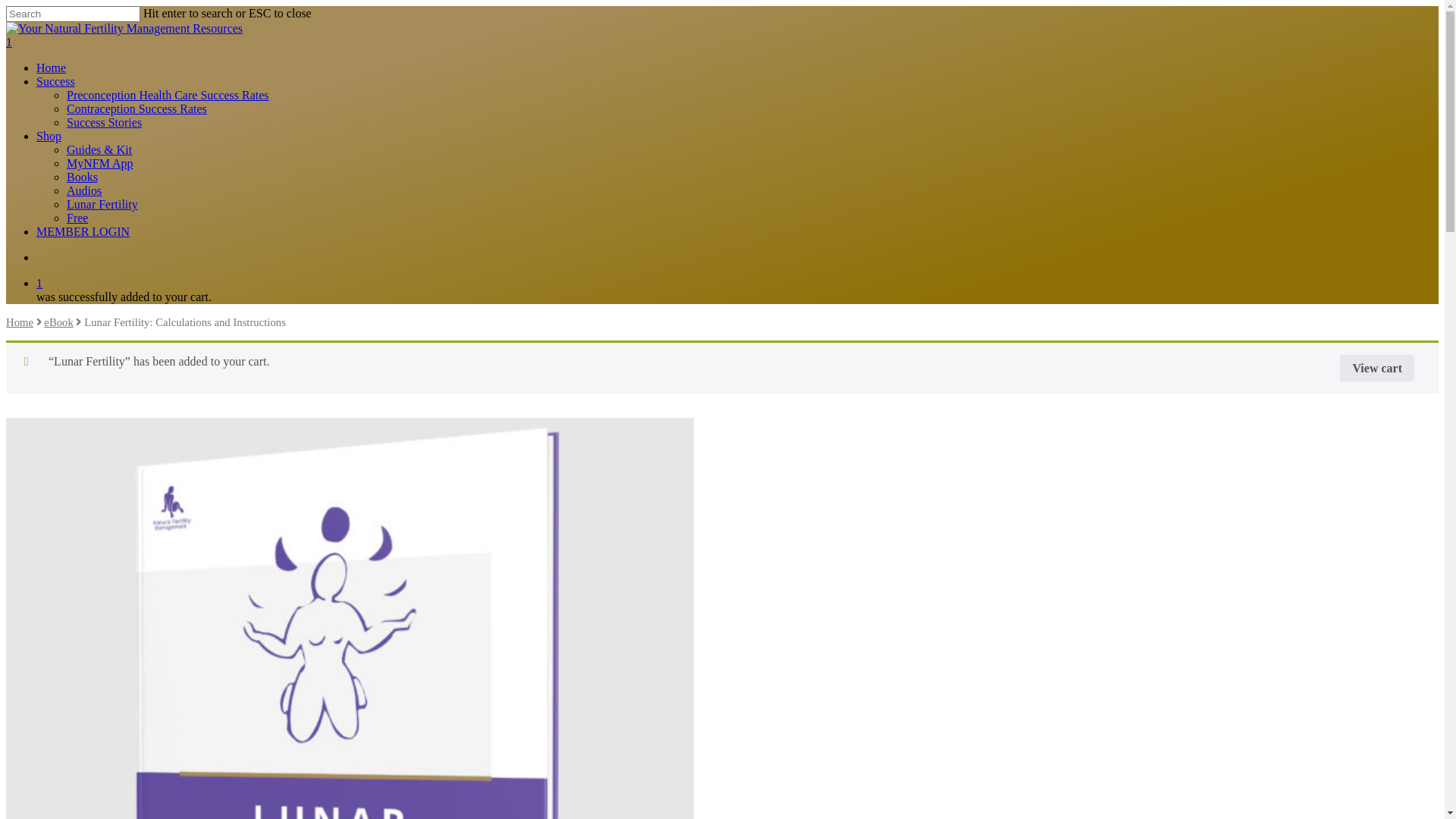 The image size is (1456, 819). What do you see at coordinates (65, 149) in the screenshot?
I see `'Guides & Kit'` at bounding box center [65, 149].